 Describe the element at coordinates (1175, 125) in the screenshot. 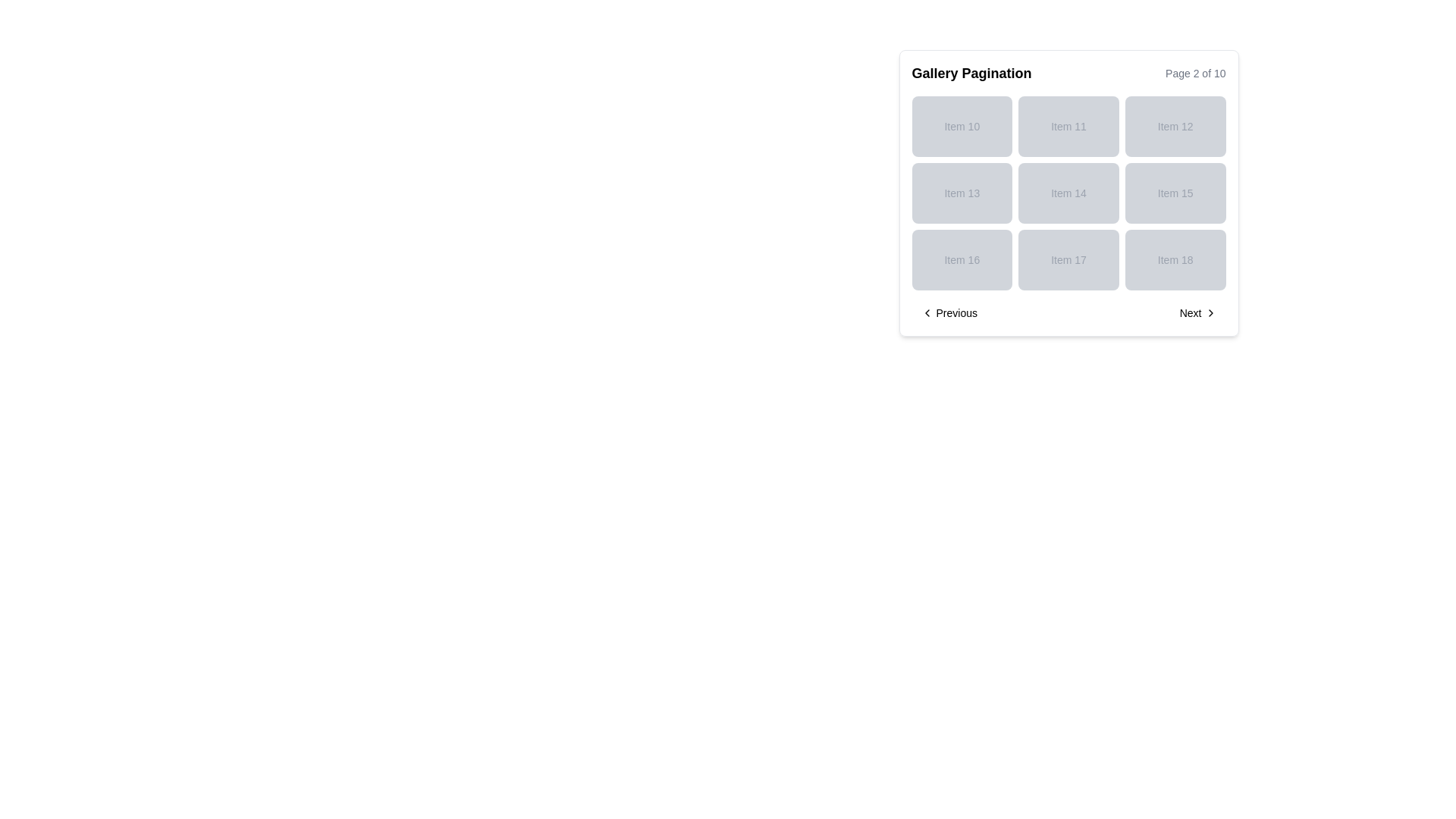

I see `the Text display card that shows 'Item 12', which is located in the first row, third column of a 3x3 grid of similar cards` at that location.